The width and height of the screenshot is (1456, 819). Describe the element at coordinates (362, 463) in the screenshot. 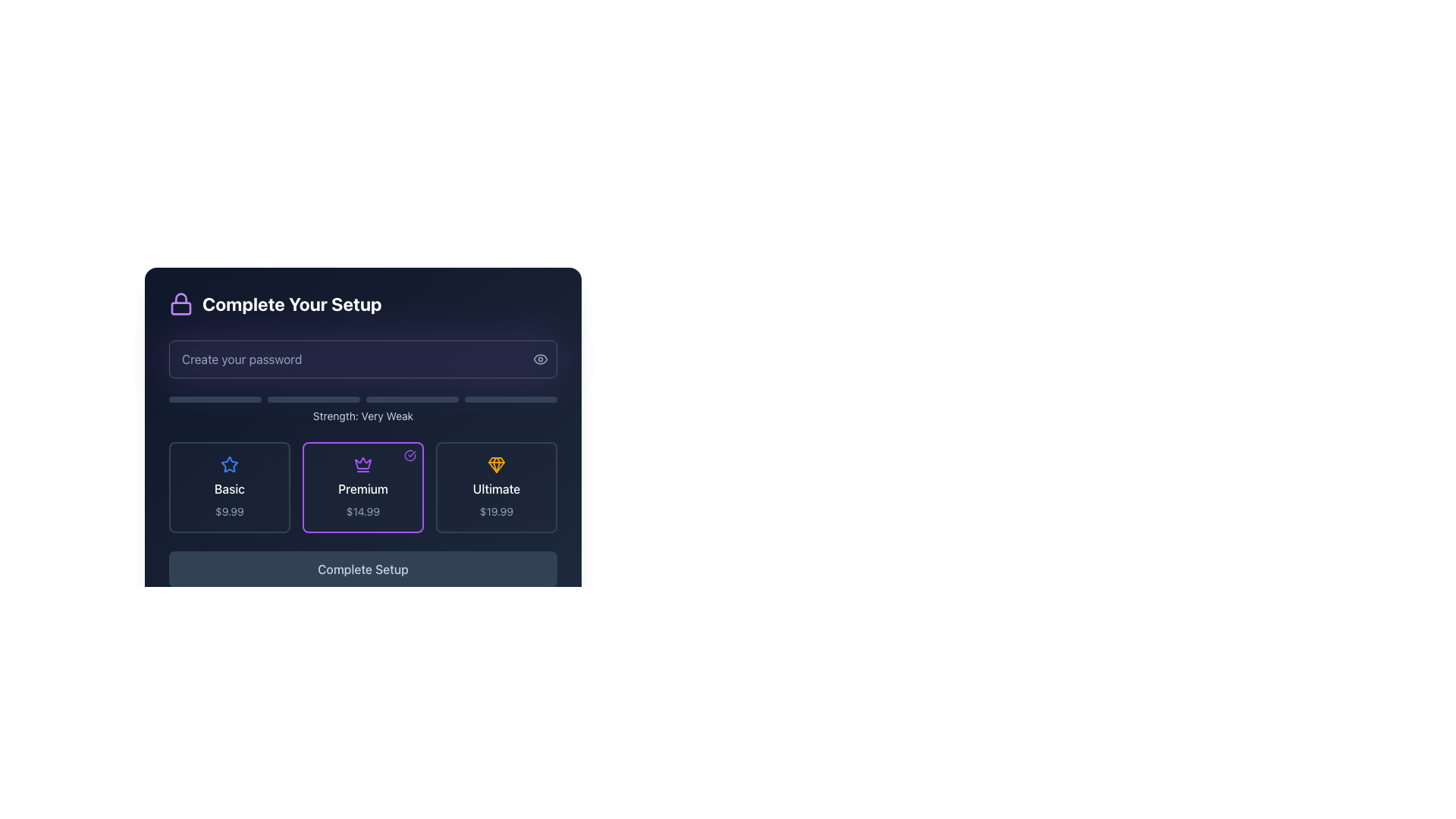

I see `the grouped option selector for pricing tiers located in the 'Complete Your Setup' section` at that location.